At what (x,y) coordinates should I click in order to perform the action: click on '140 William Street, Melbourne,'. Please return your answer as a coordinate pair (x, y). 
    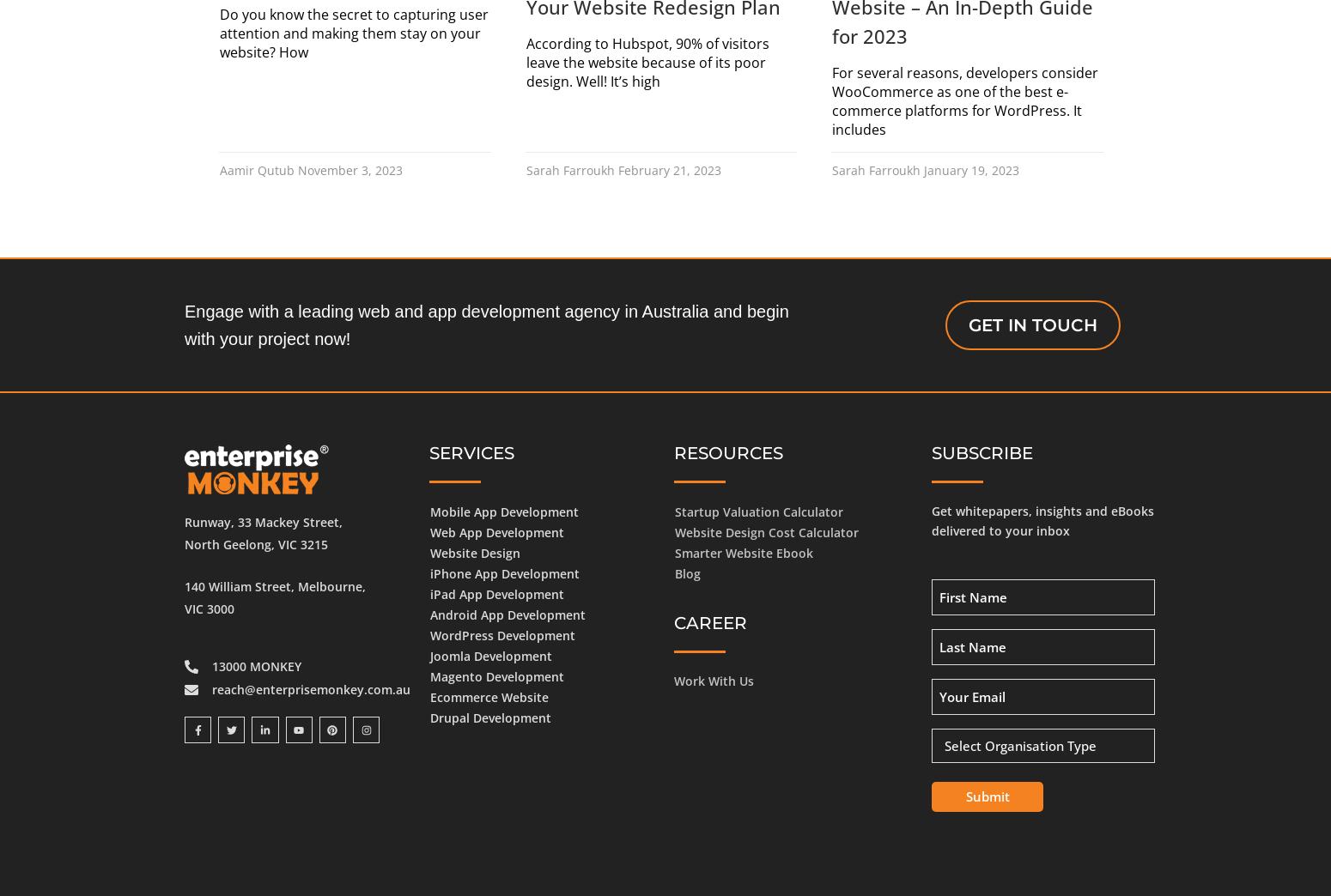
    Looking at the image, I should click on (274, 585).